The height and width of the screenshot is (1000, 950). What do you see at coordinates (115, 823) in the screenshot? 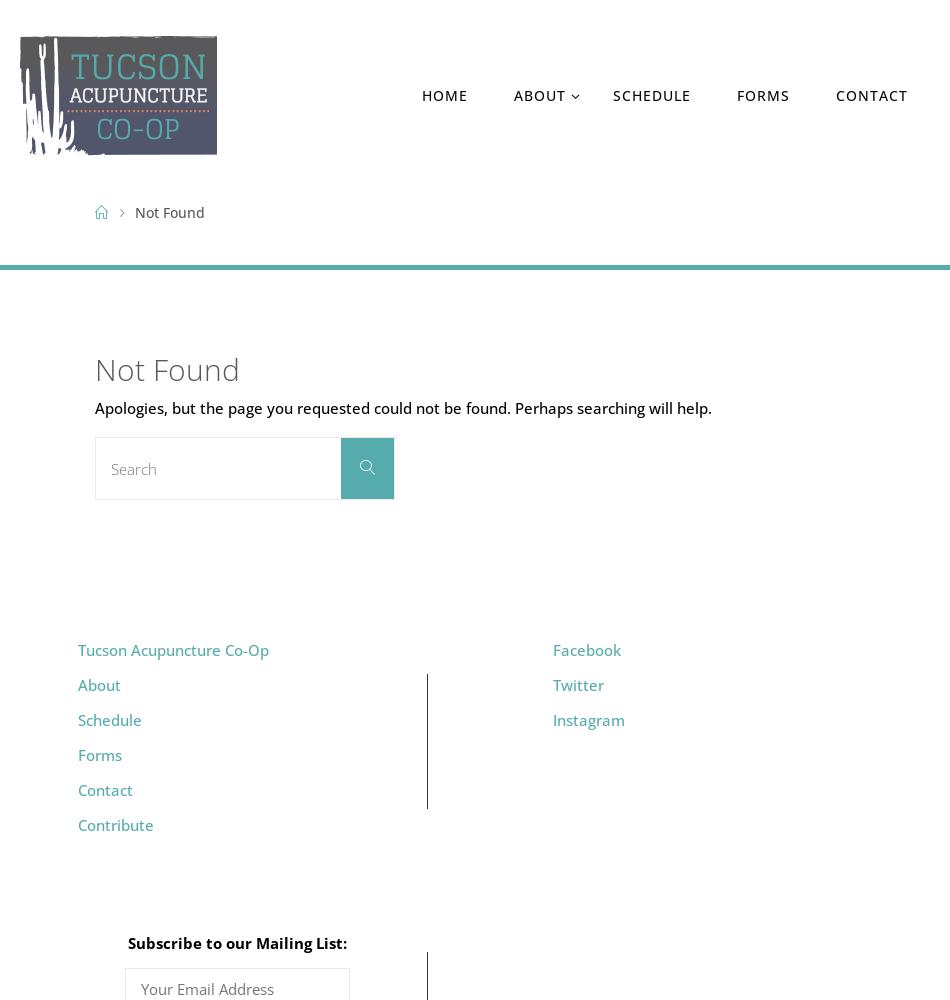
I see `'Contribute'` at bounding box center [115, 823].